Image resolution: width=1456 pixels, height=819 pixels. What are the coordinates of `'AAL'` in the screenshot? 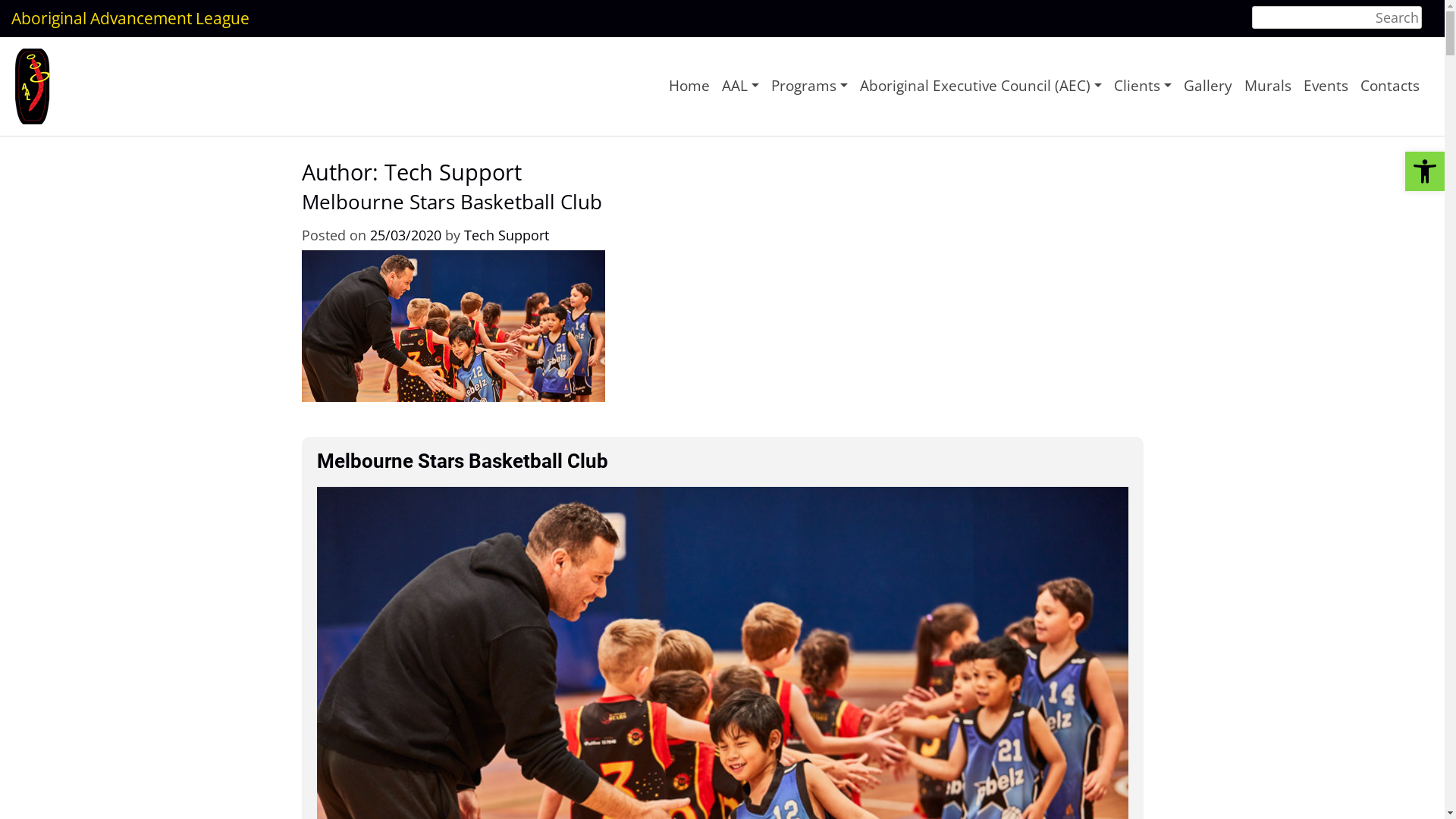 It's located at (740, 86).